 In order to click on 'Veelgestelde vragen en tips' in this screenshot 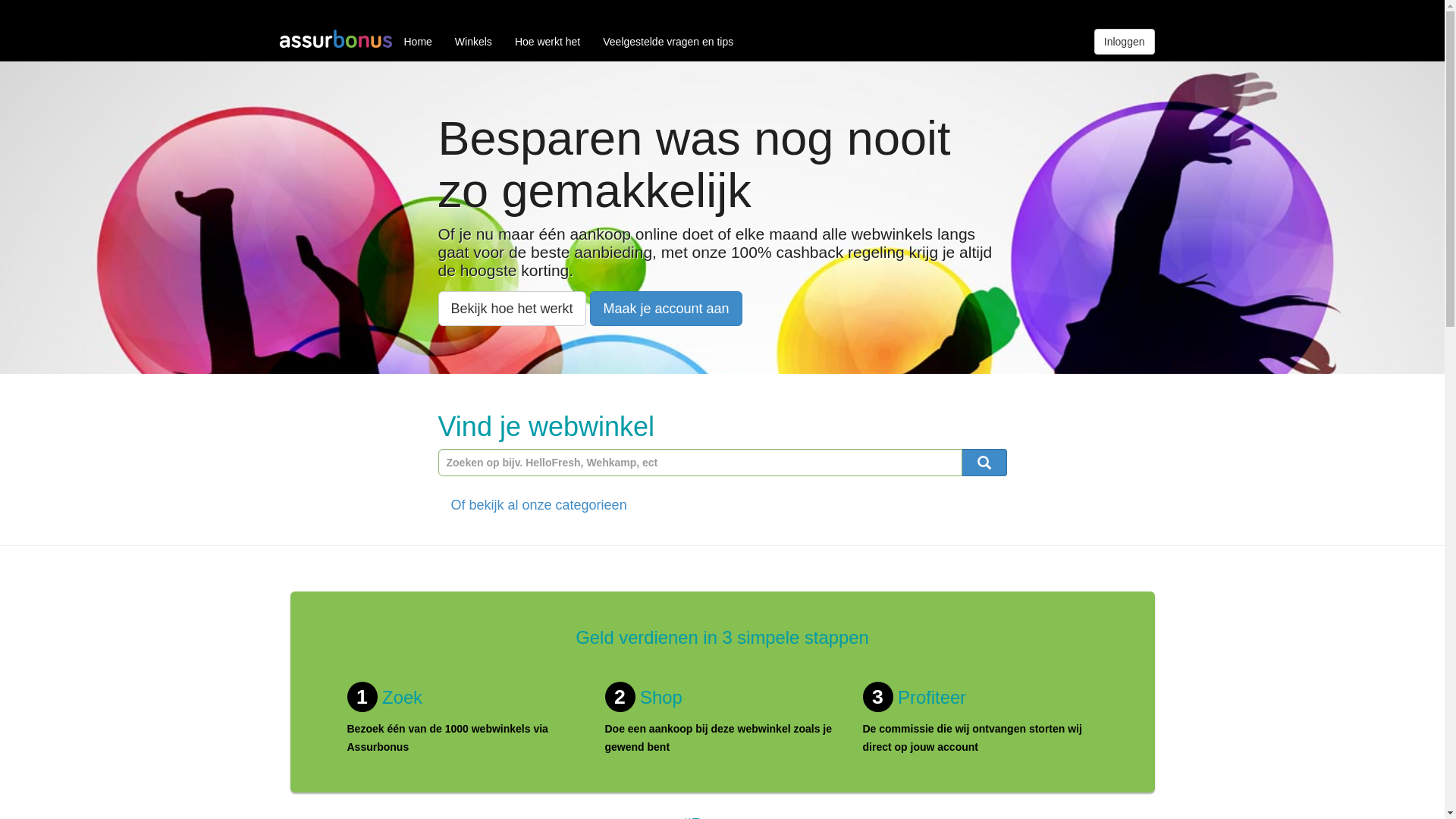, I will do `click(667, 40)`.